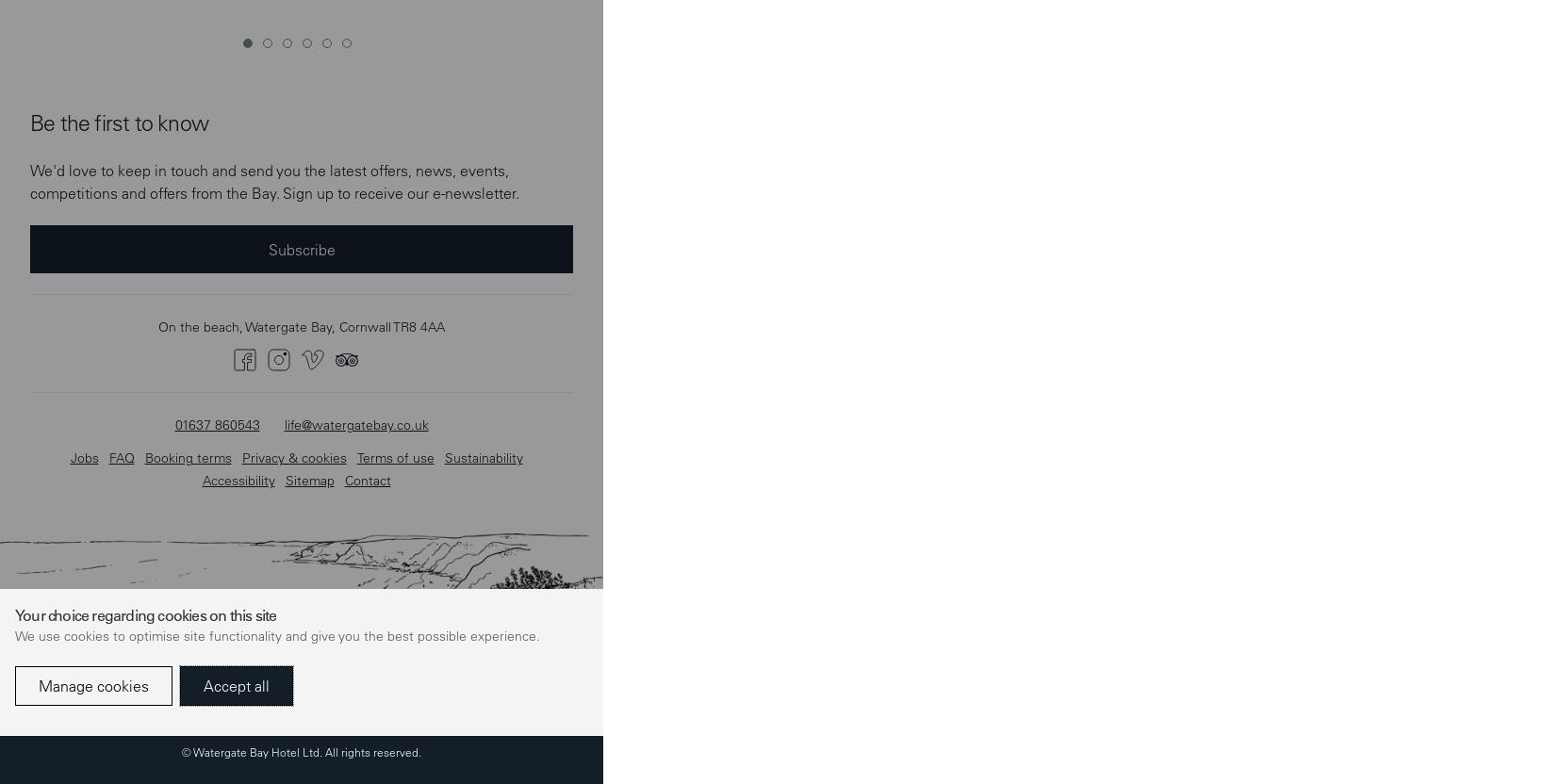 The height and width of the screenshot is (784, 1544). I want to click on 'Privacy & cookies', so click(293, 39).